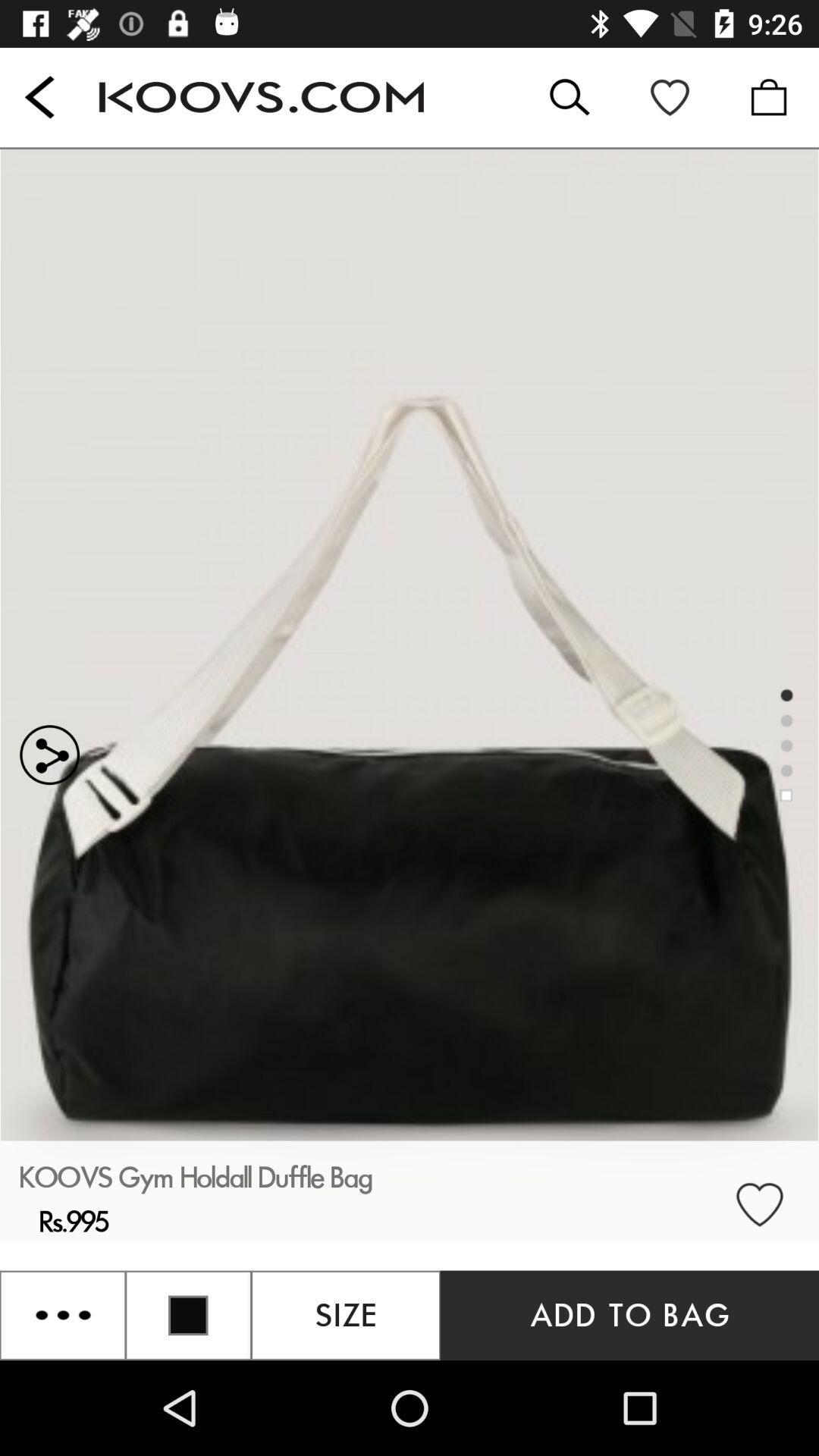  I want to click on the arrow_backward icon, so click(39, 96).